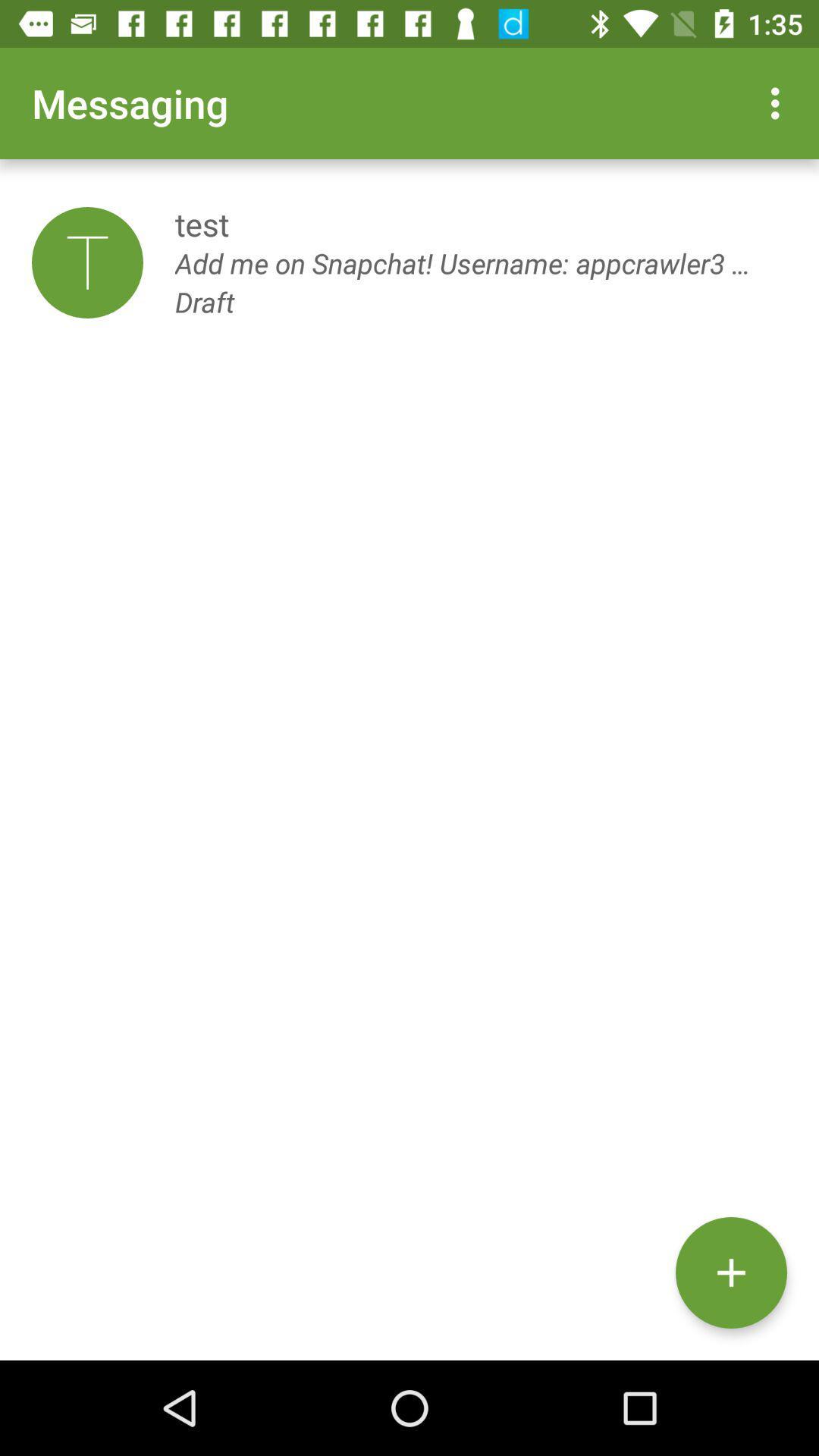 This screenshot has height=1456, width=819. Describe the element at coordinates (779, 102) in the screenshot. I see `app to the right of messaging icon` at that location.